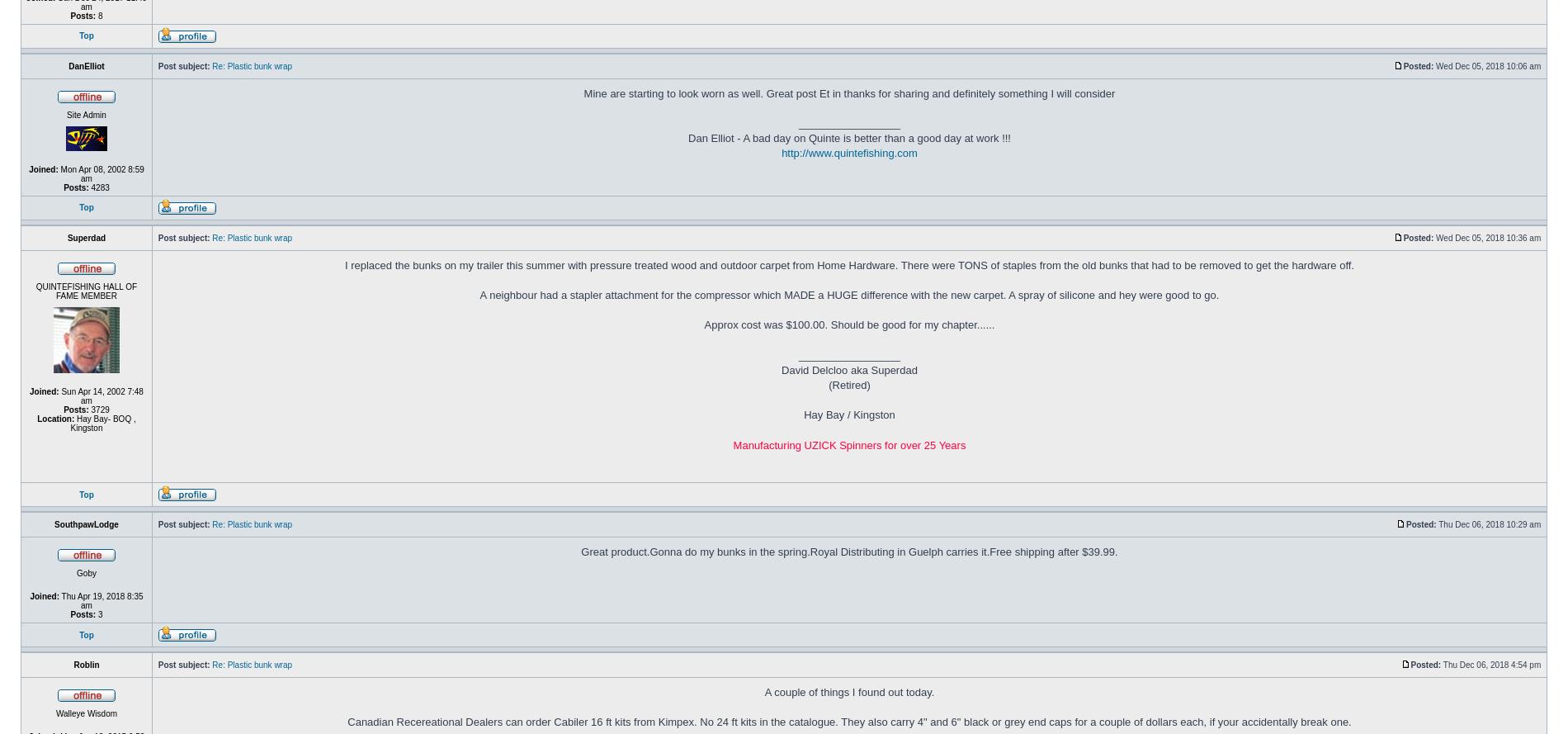 This screenshot has height=734, width=1568. I want to click on 'Site Admin', so click(86, 114).